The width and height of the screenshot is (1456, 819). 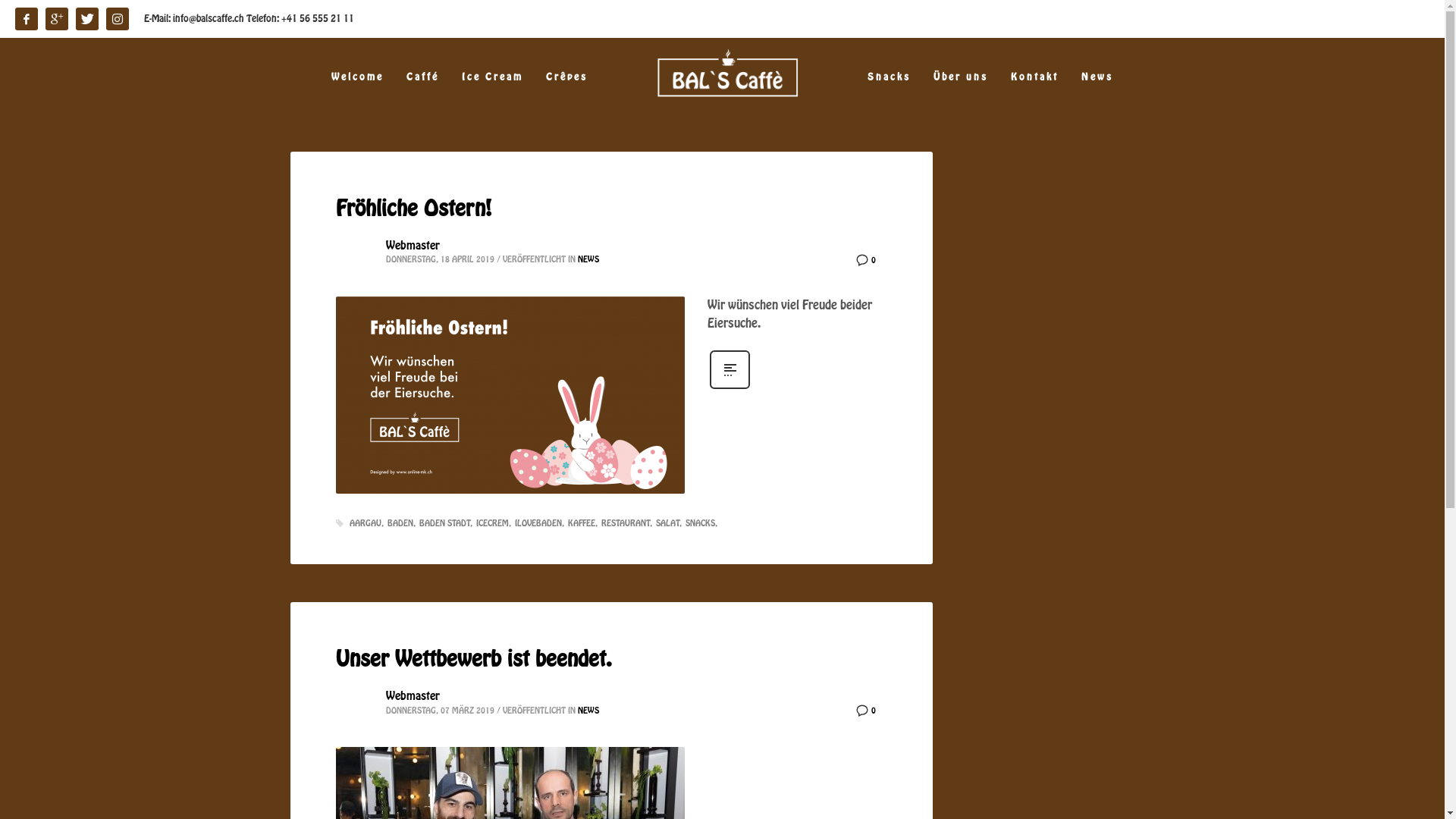 What do you see at coordinates (729, 386) in the screenshot?
I see `'Mehr erfahren'` at bounding box center [729, 386].